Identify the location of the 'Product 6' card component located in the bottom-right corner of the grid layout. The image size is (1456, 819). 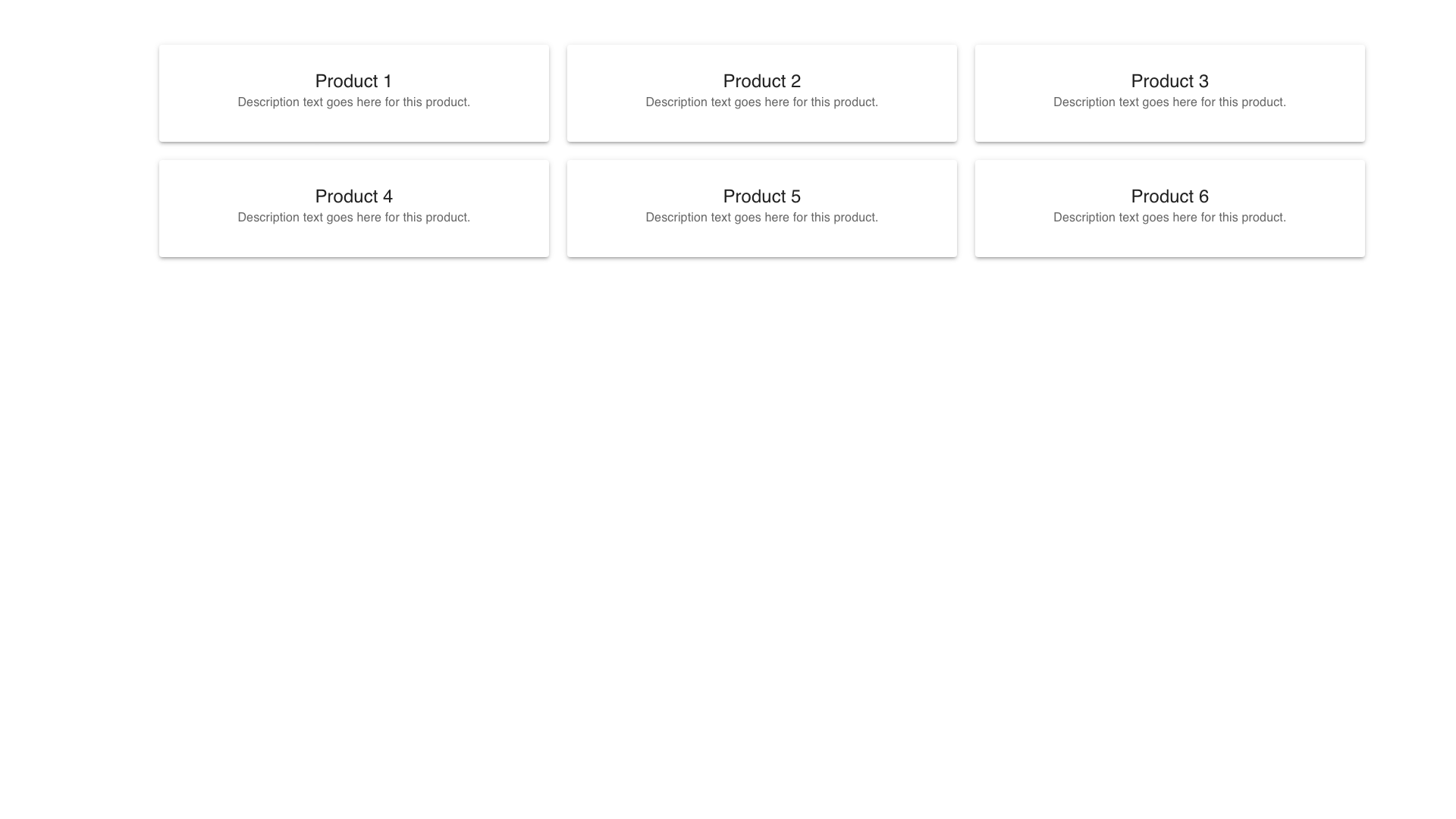
(1160, 198).